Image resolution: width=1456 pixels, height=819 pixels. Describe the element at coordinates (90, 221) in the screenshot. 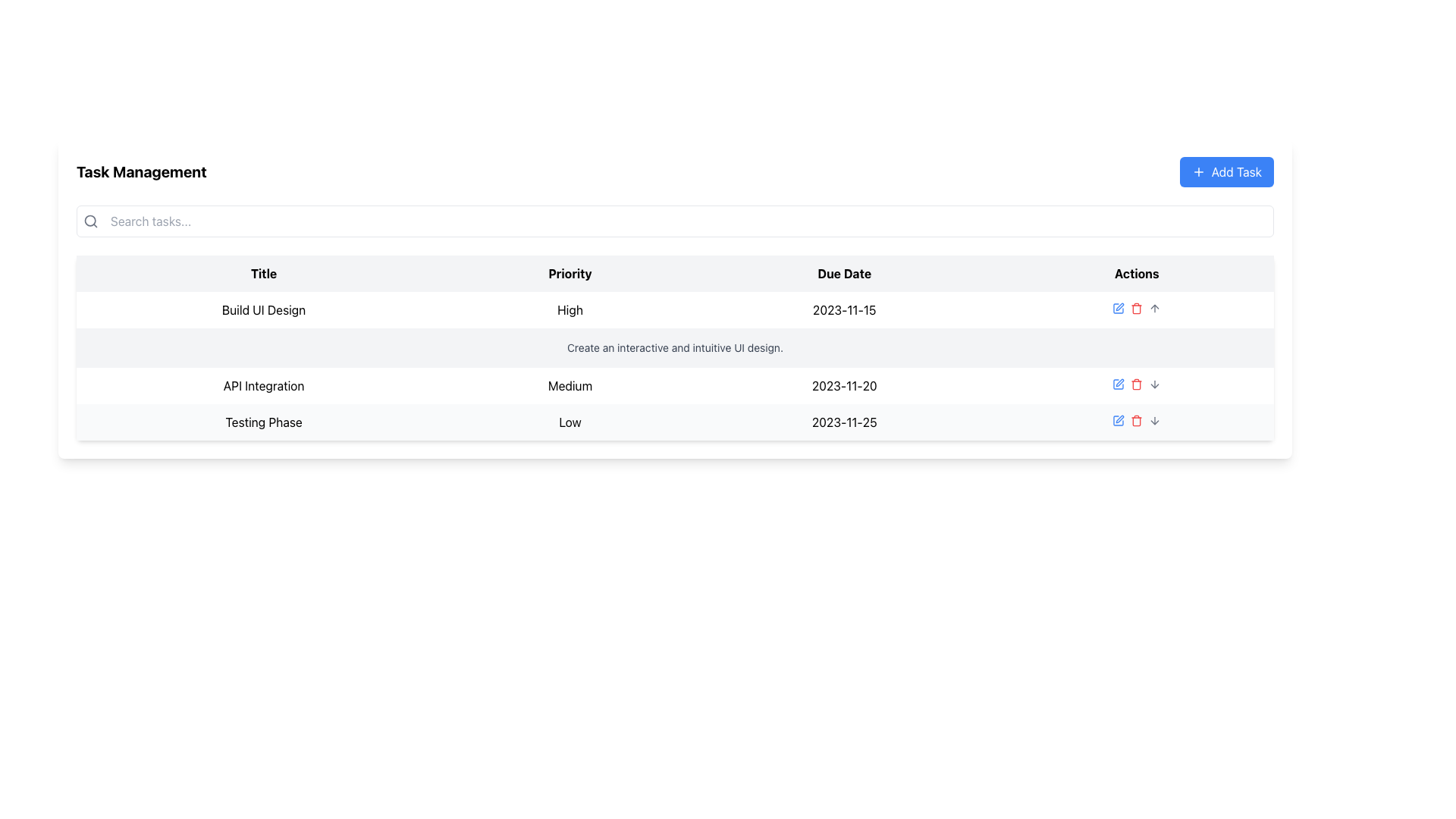

I see `the magnifying glass icon, which is styled with a gray outline and positioned on a white background` at that location.